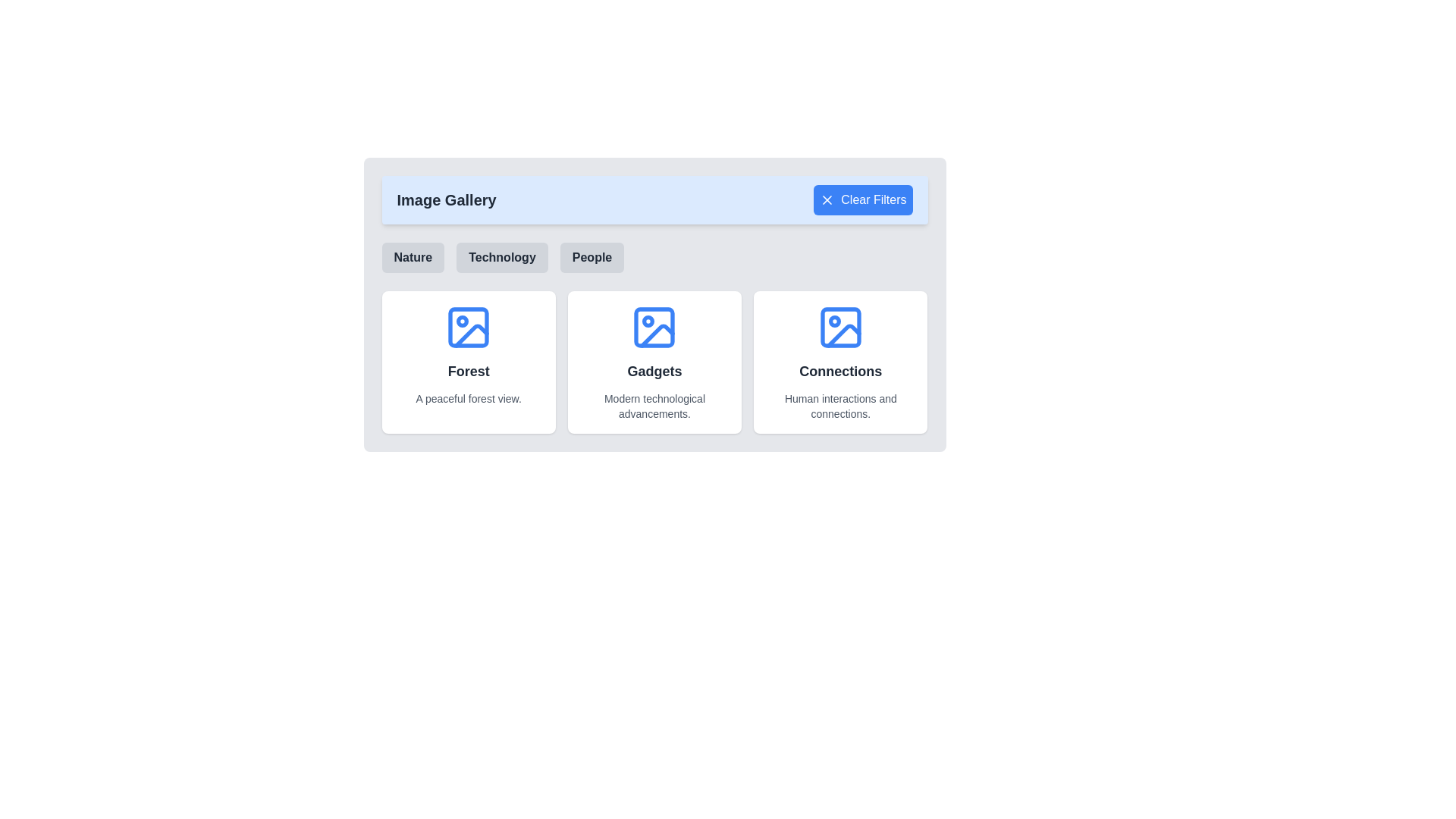  I want to click on the 'Nature' button located below the 'Image Gallery' title, so click(413, 256).